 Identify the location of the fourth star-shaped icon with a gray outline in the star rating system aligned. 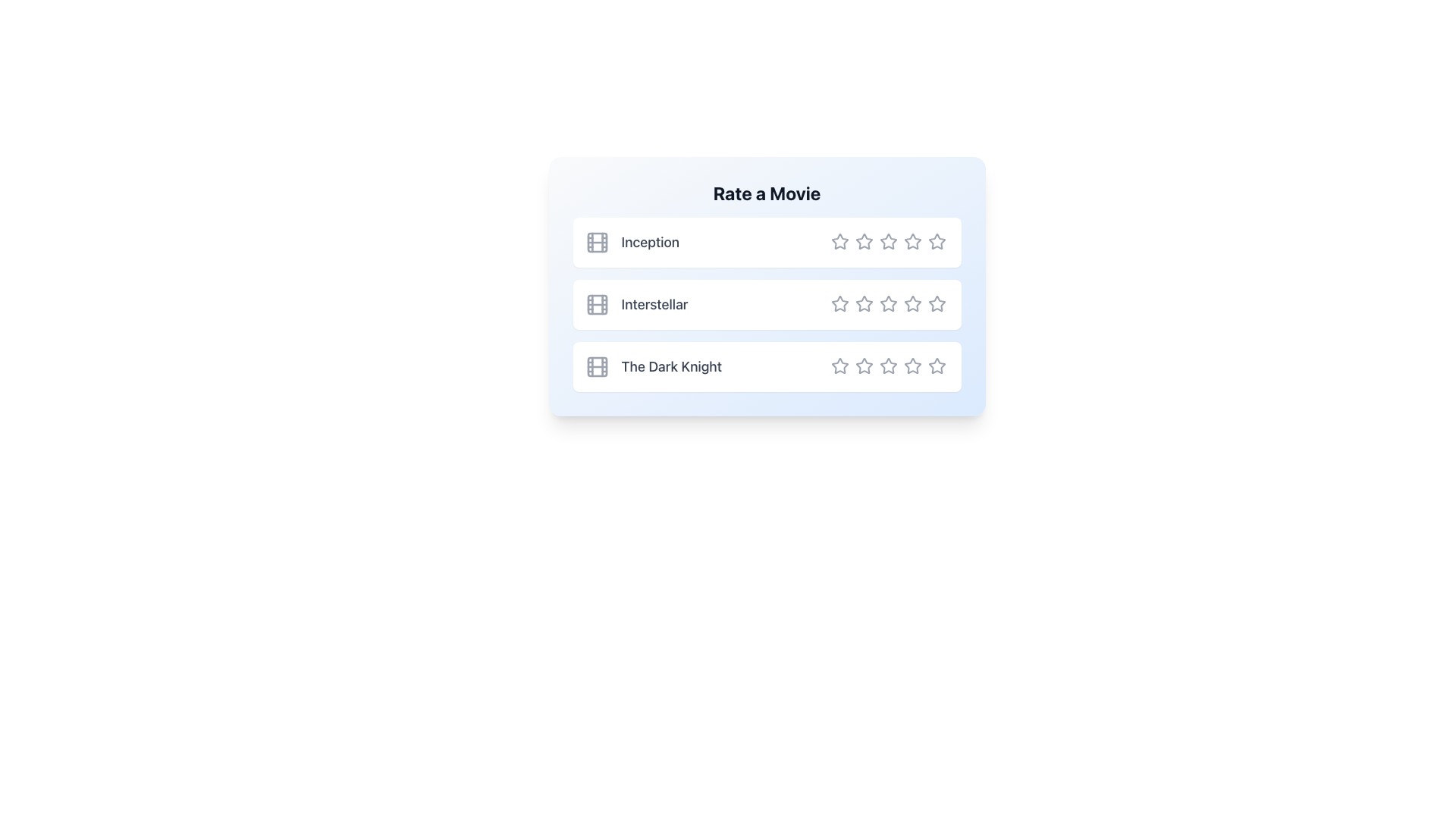
(912, 366).